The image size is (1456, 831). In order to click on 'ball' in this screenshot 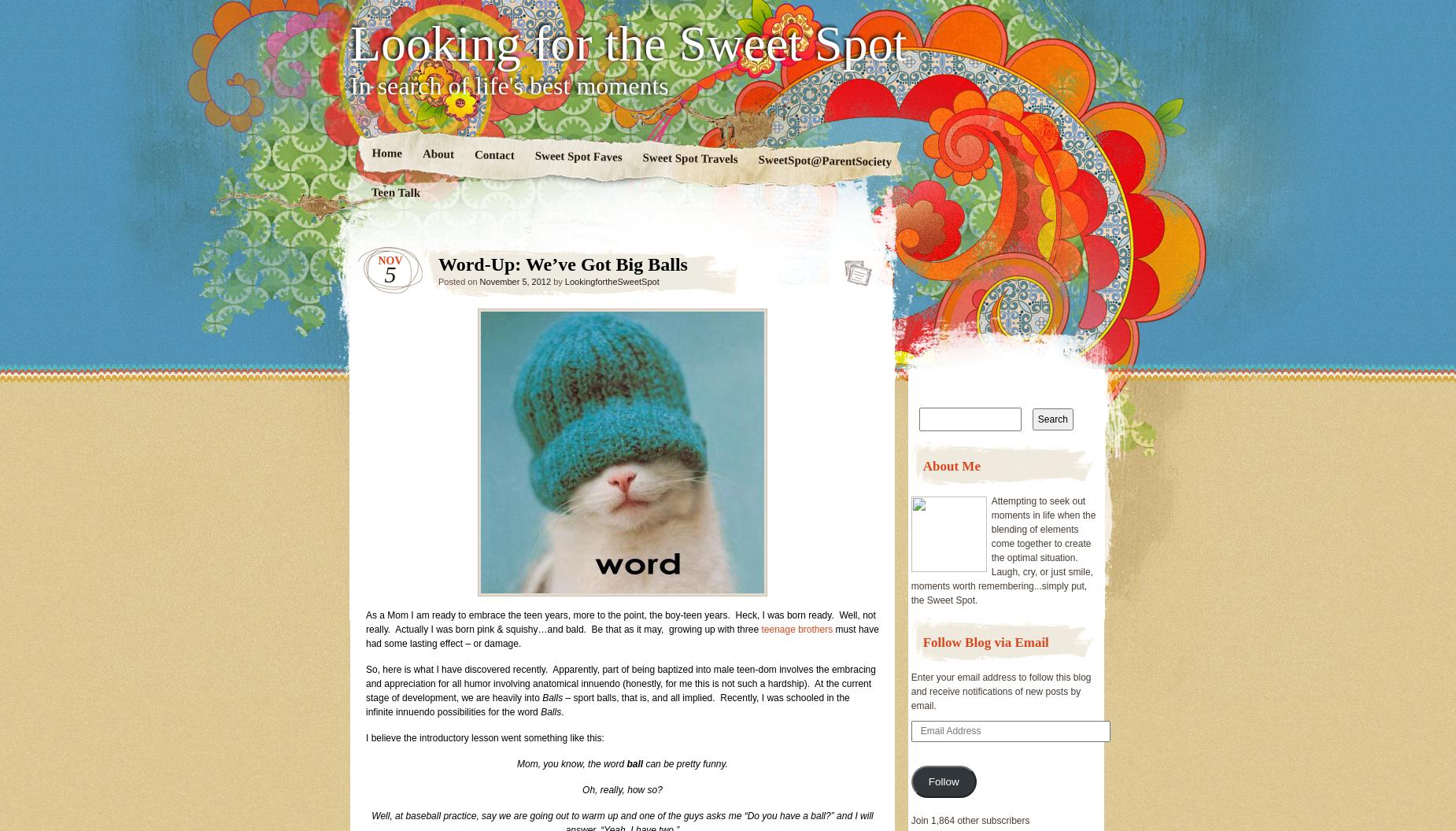, I will do `click(634, 763)`.